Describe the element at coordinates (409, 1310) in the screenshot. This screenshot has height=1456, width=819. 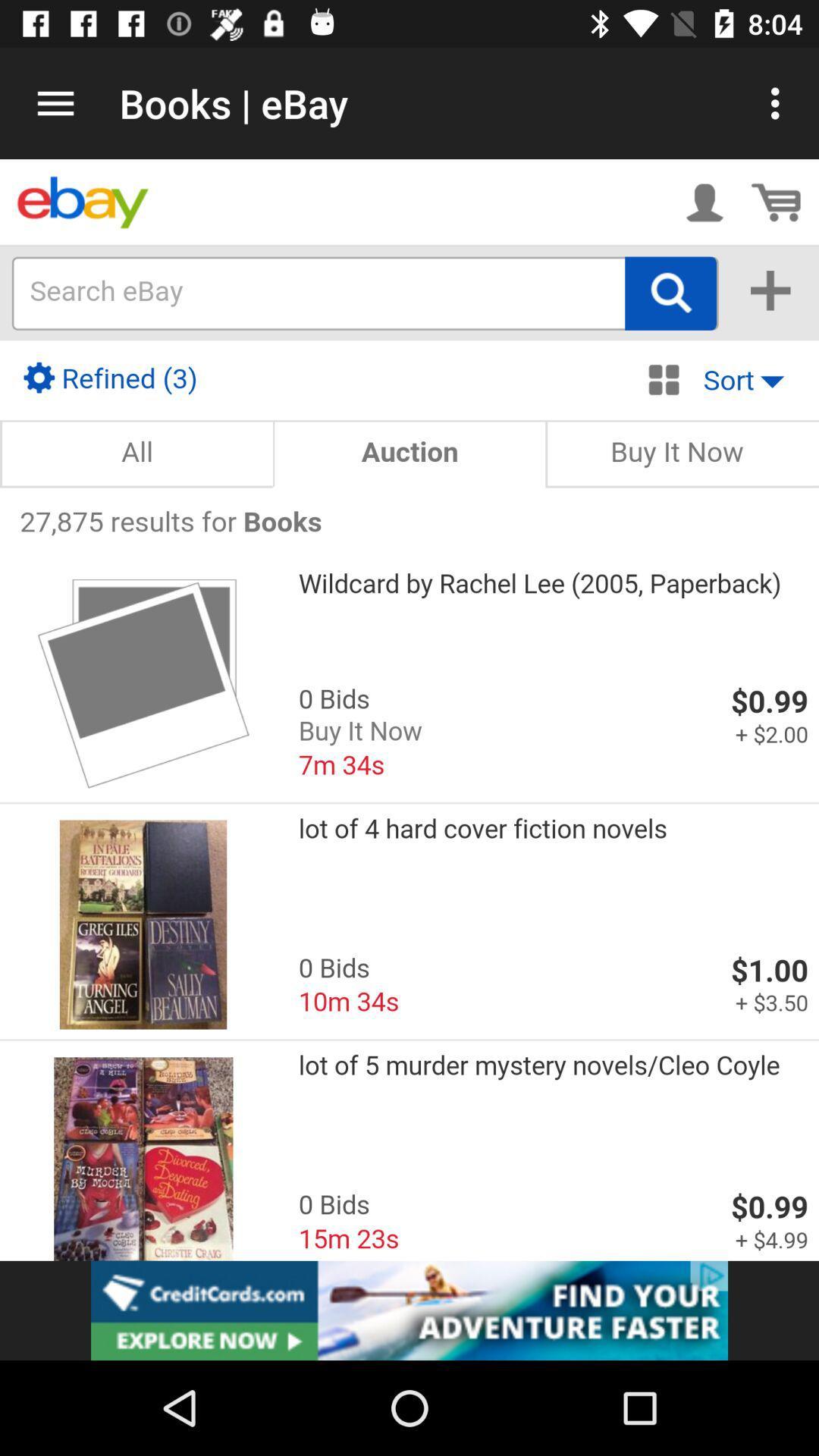
I see `advertise banner` at that location.